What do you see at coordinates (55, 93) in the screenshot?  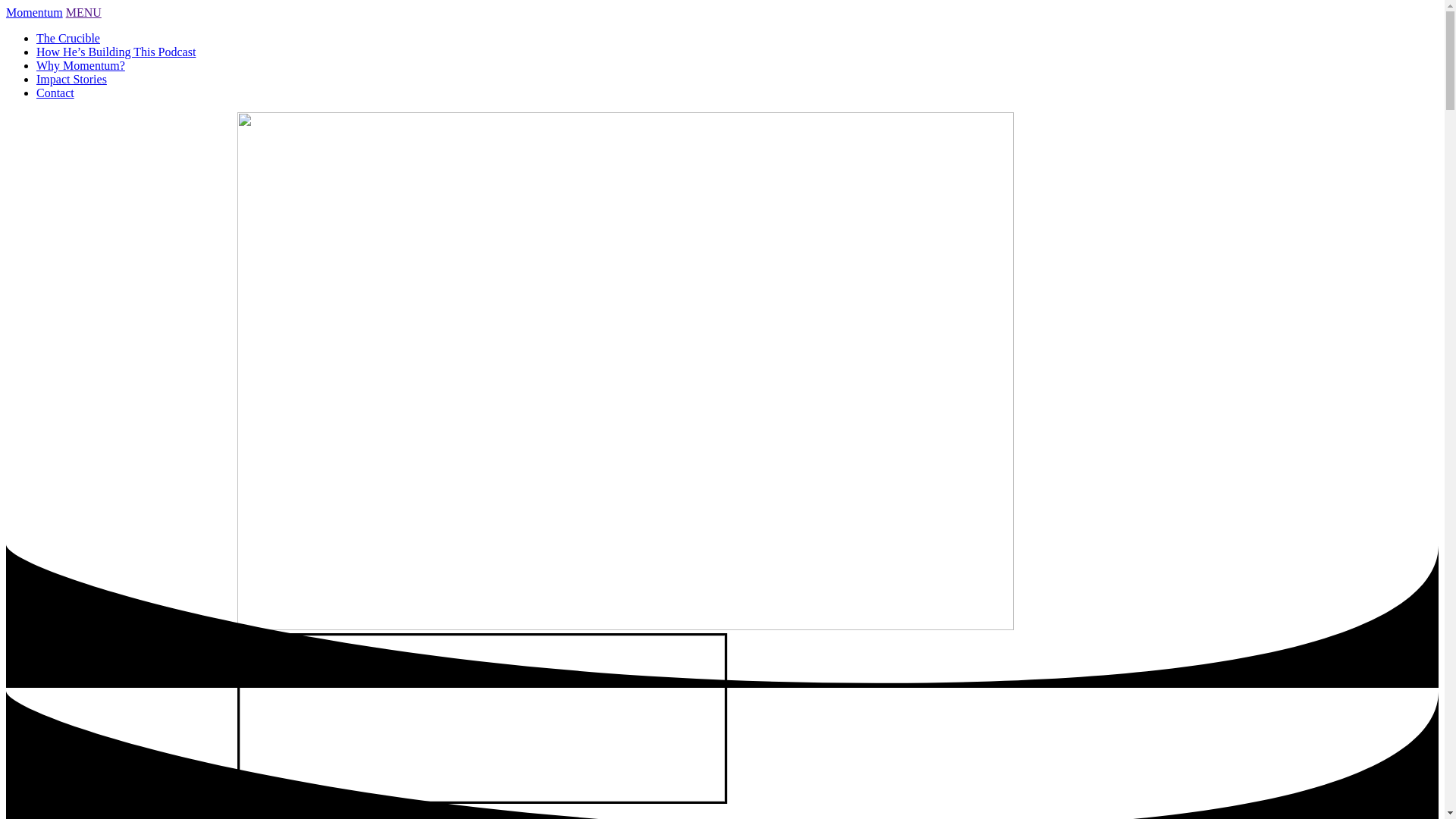 I see `'Contact'` at bounding box center [55, 93].